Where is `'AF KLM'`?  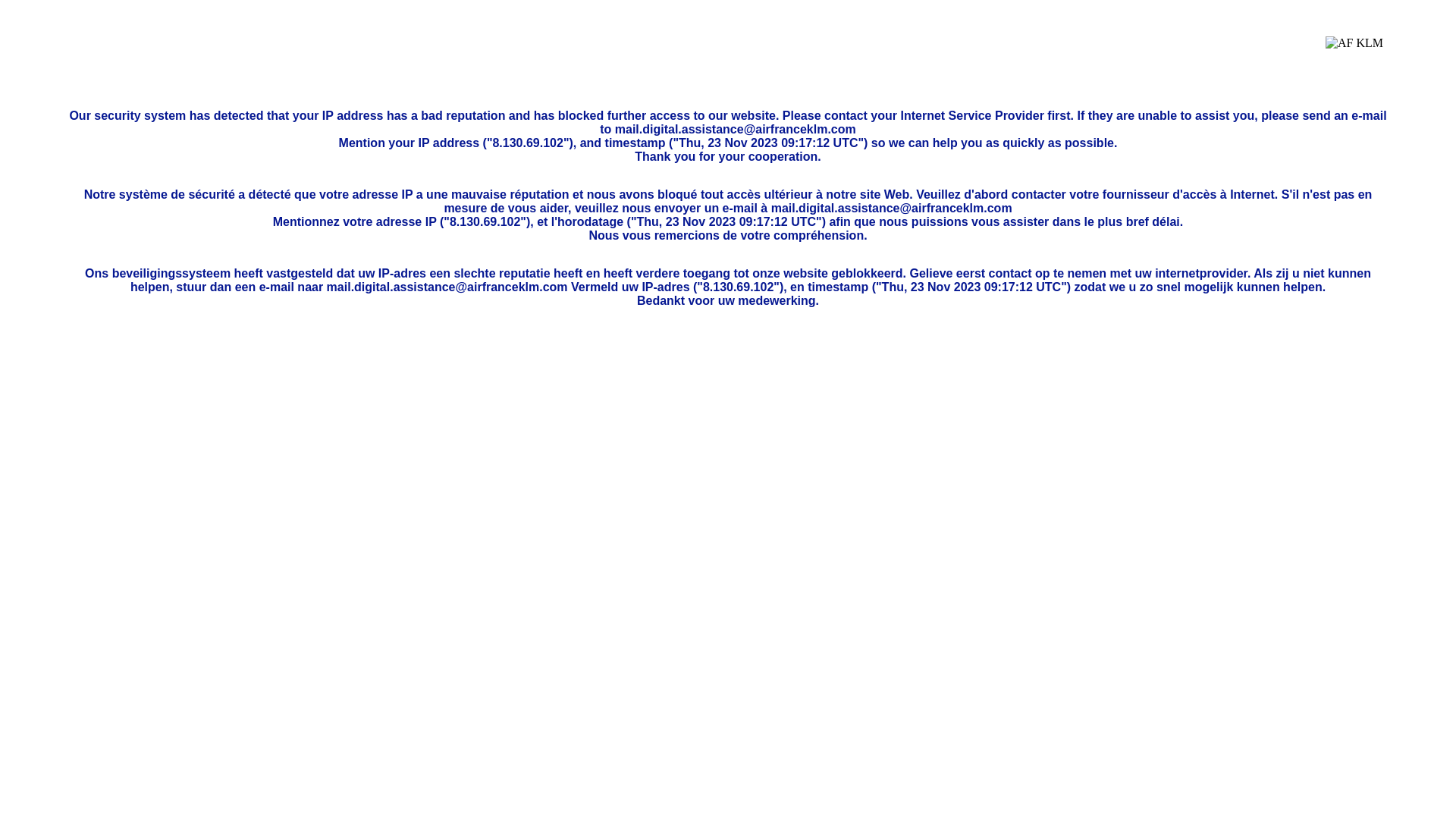
'AF KLM' is located at coordinates (1354, 54).